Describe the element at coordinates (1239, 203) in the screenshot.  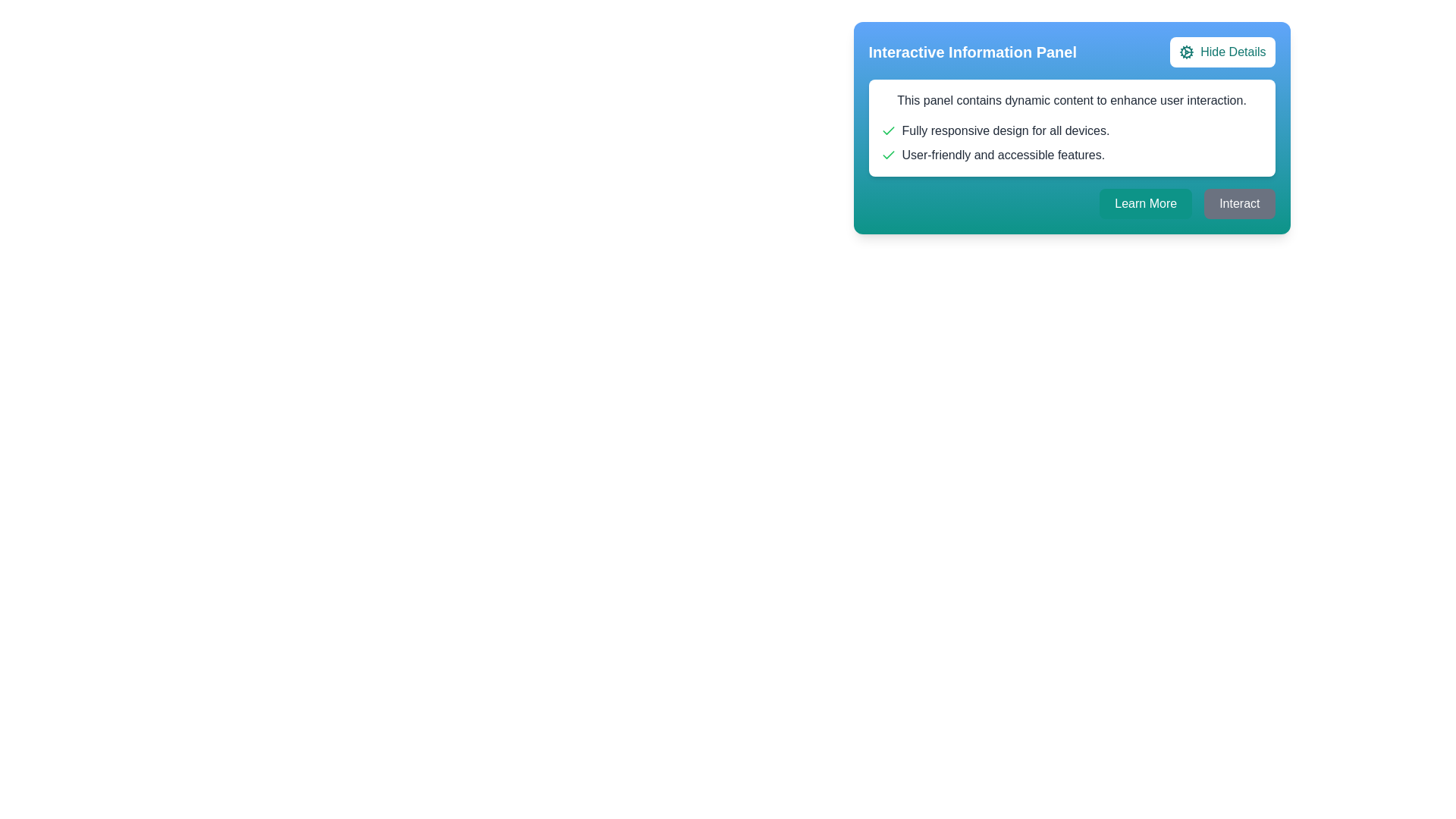
I see `the 'Interact' button located at the bottom-right corner of the panel` at that location.